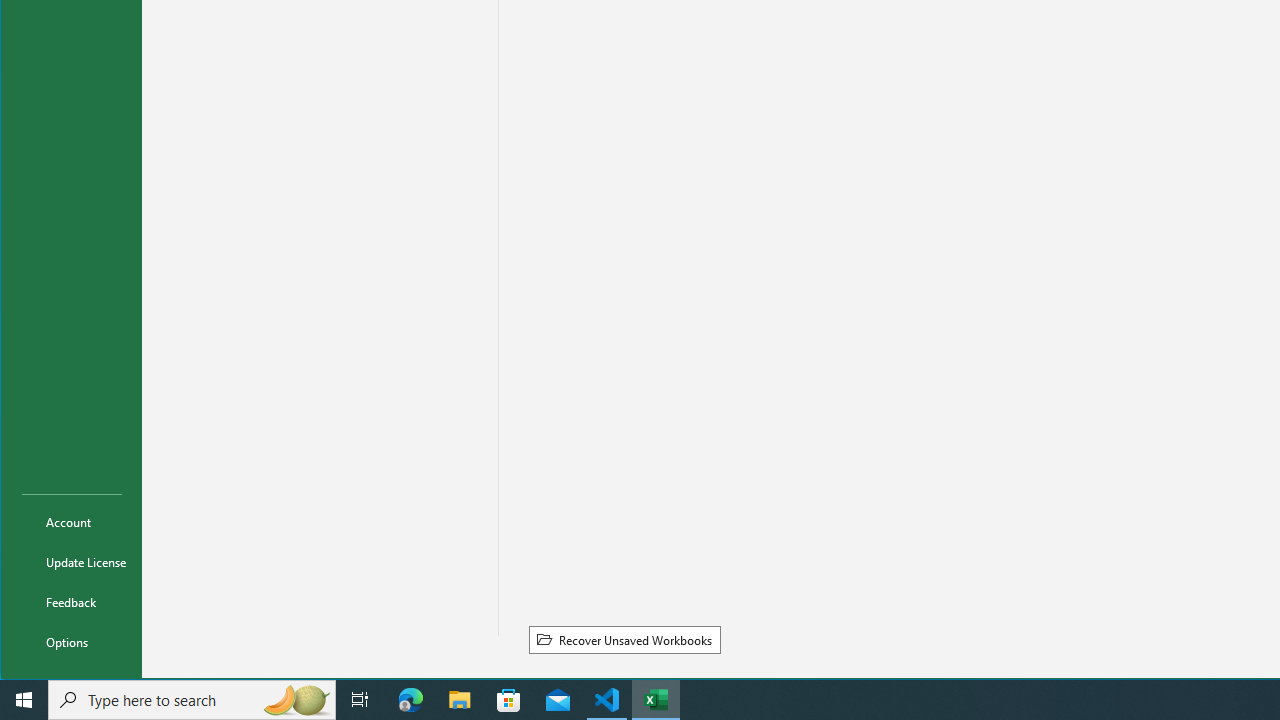  What do you see at coordinates (294, 698) in the screenshot?
I see `'Search highlights icon opens search home window'` at bounding box center [294, 698].